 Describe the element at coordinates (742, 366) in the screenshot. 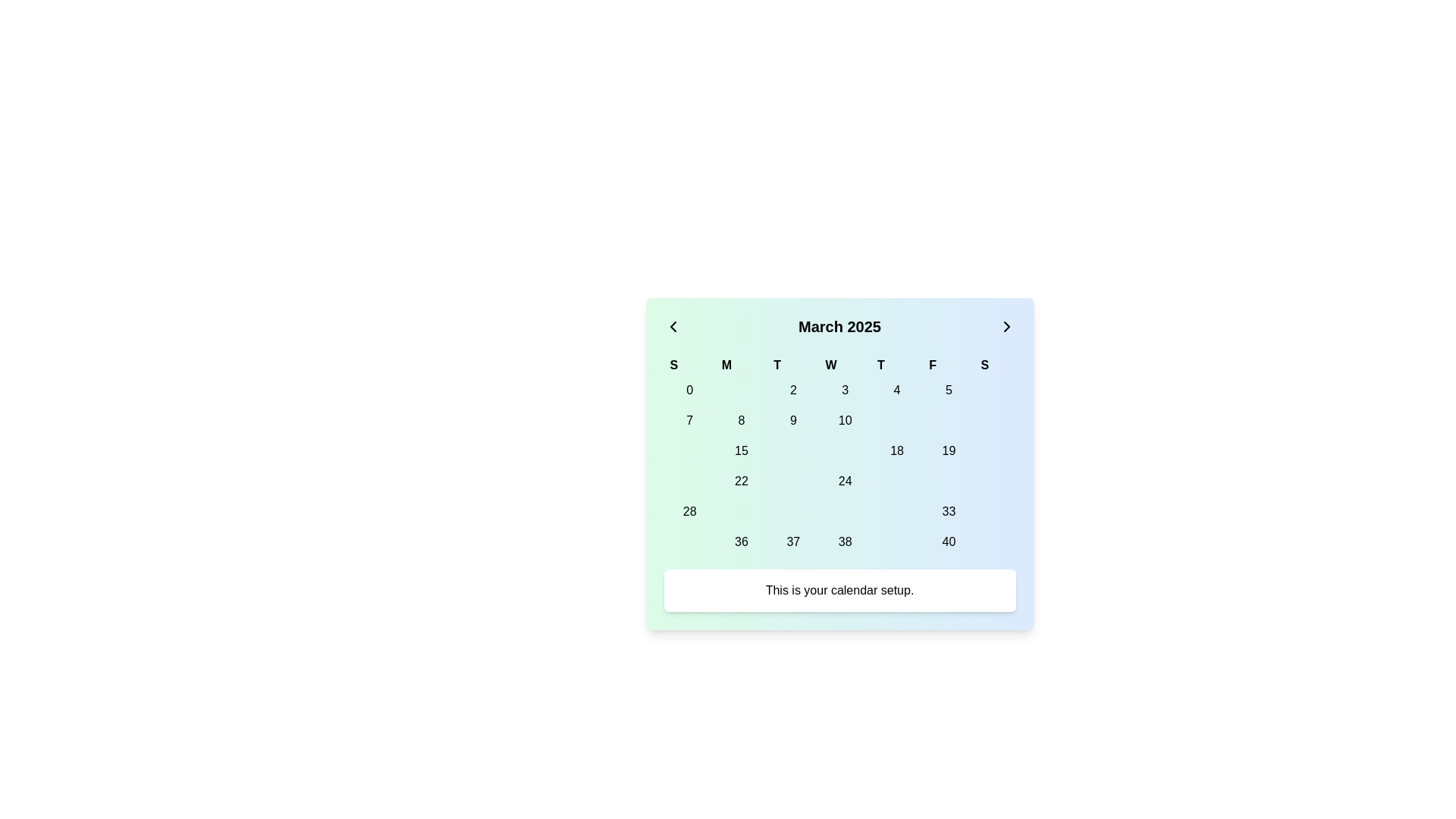

I see `the bold letter 'M' representing Monday in the calendar interface, which is the second item in the sequence of days of the week, located horizontally centered under 'March 2025'` at that location.